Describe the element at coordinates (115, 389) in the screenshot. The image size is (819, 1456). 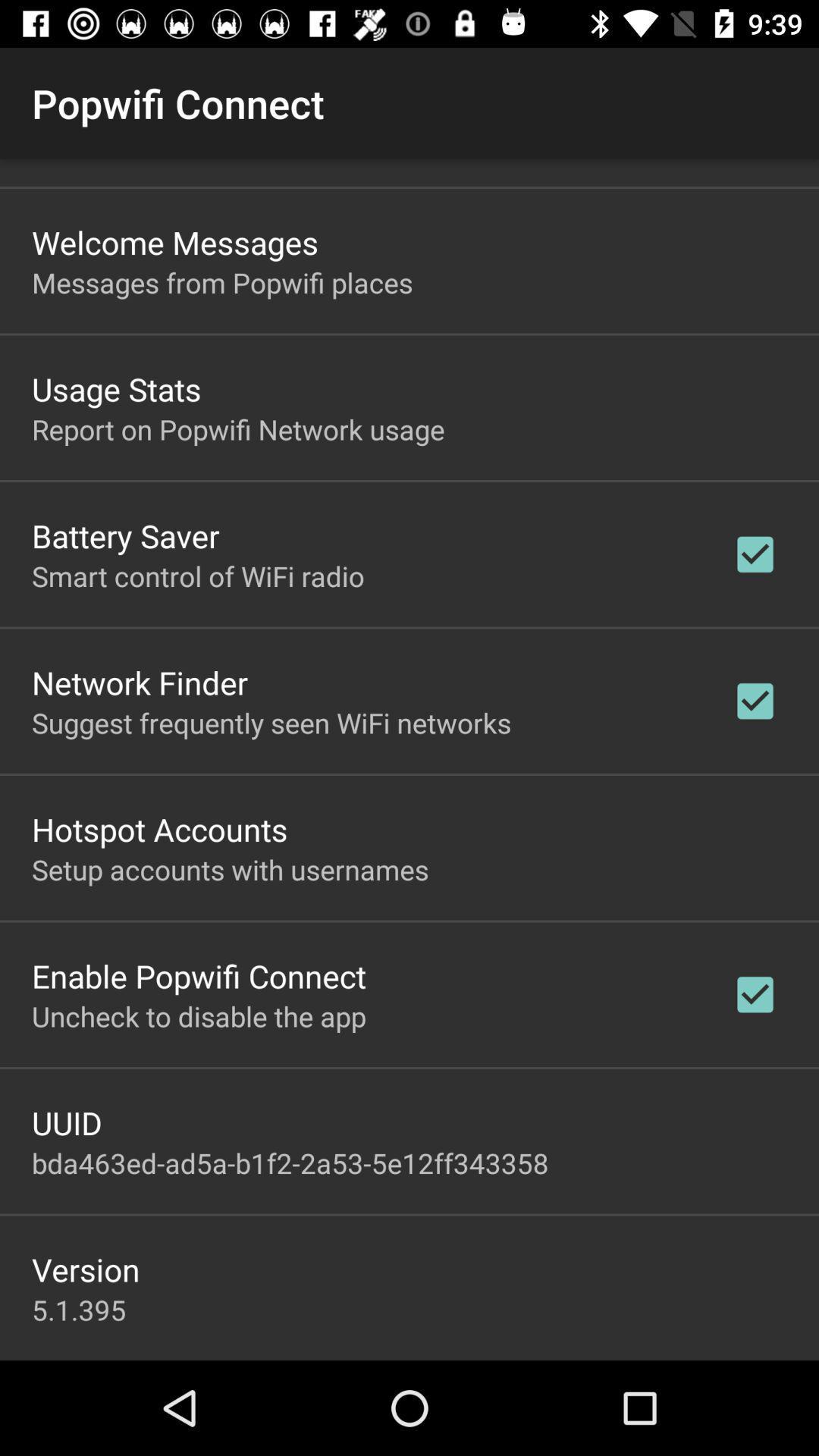
I see `the usage stats item` at that location.